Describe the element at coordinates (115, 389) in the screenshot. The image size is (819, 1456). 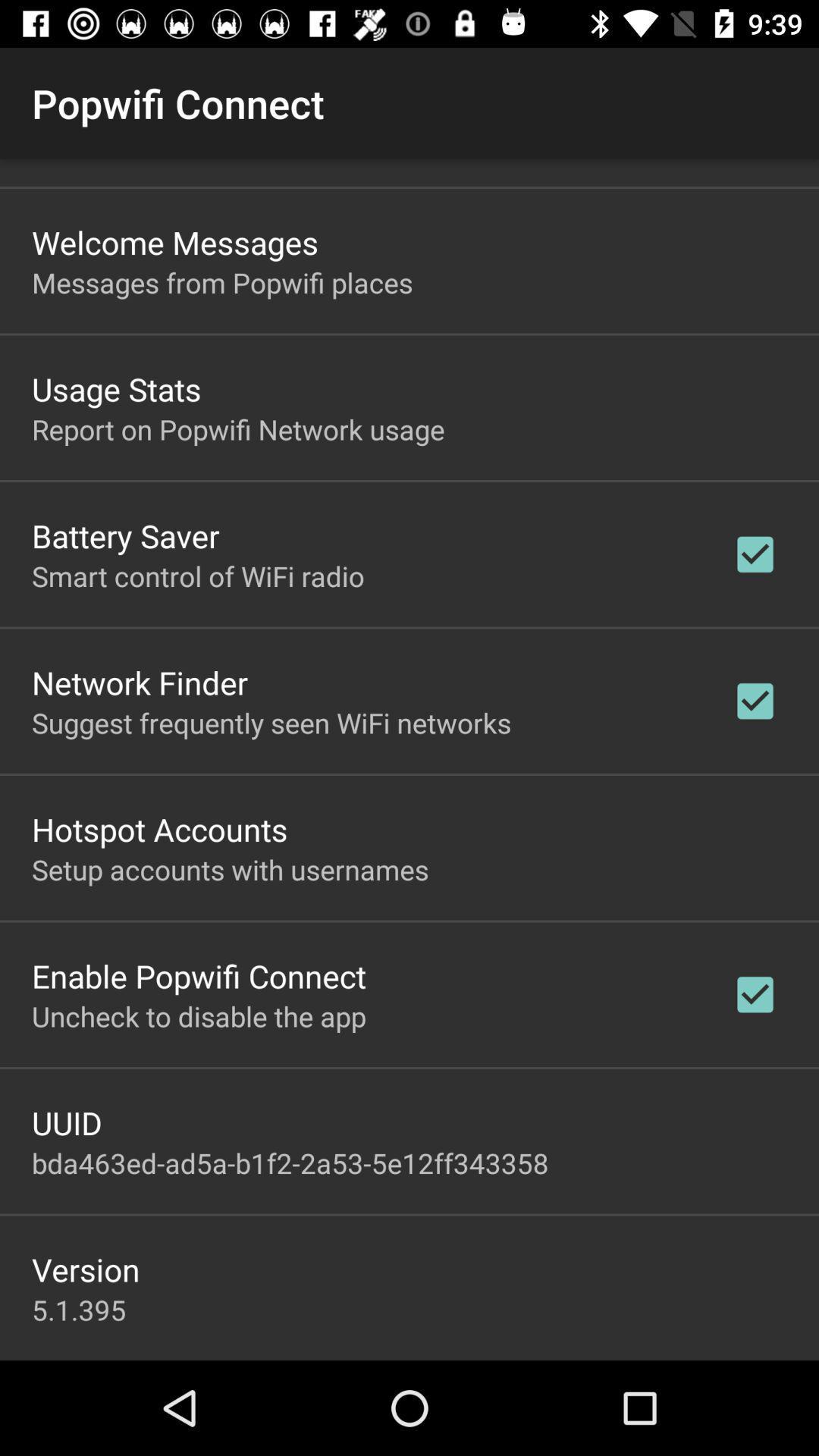
I see `the usage stats item` at that location.